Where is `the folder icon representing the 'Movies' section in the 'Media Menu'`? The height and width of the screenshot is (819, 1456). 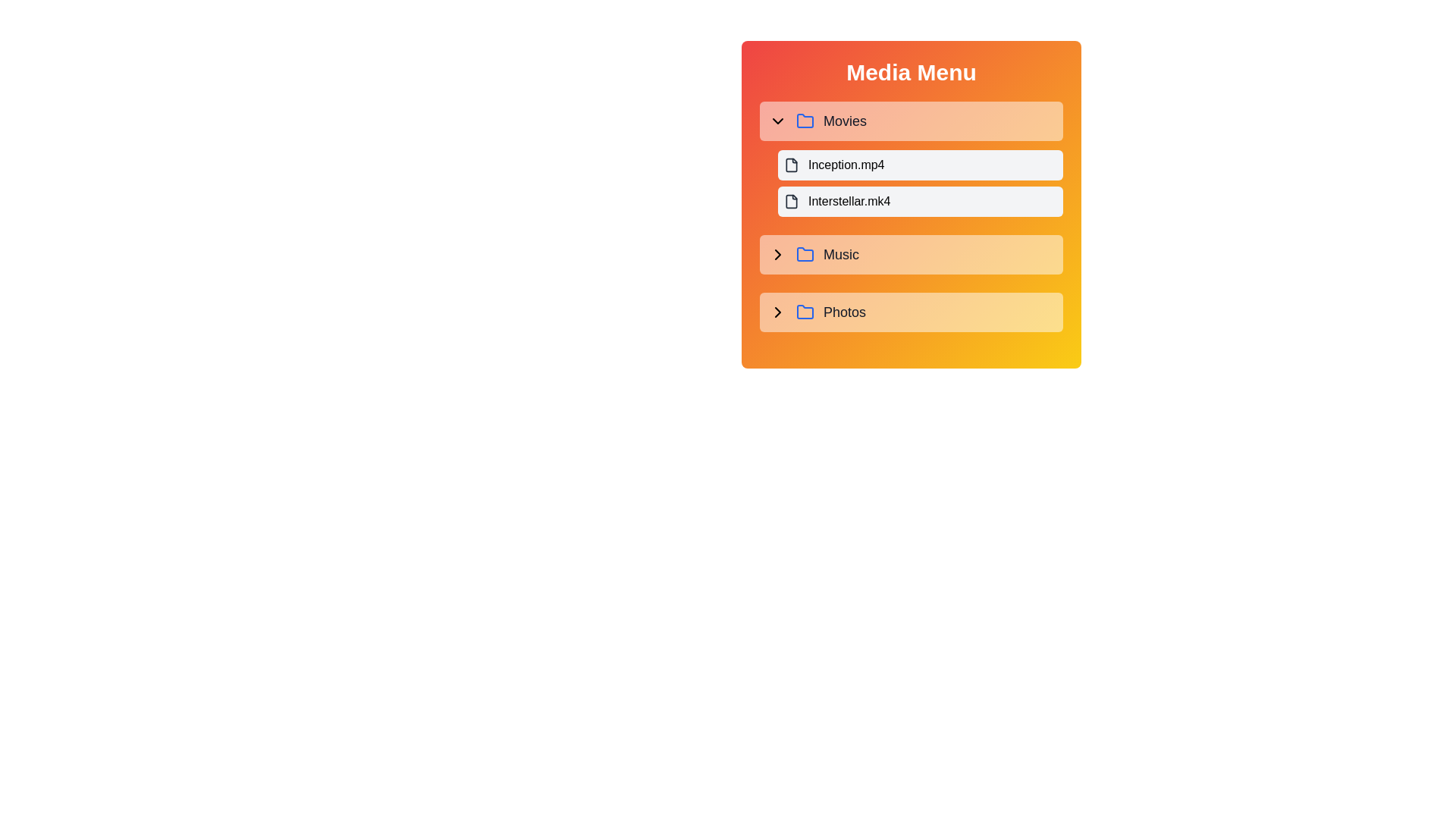 the folder icon representing the 'Movies' section in the 'Media Menu' is located at coordinates (804, 120).